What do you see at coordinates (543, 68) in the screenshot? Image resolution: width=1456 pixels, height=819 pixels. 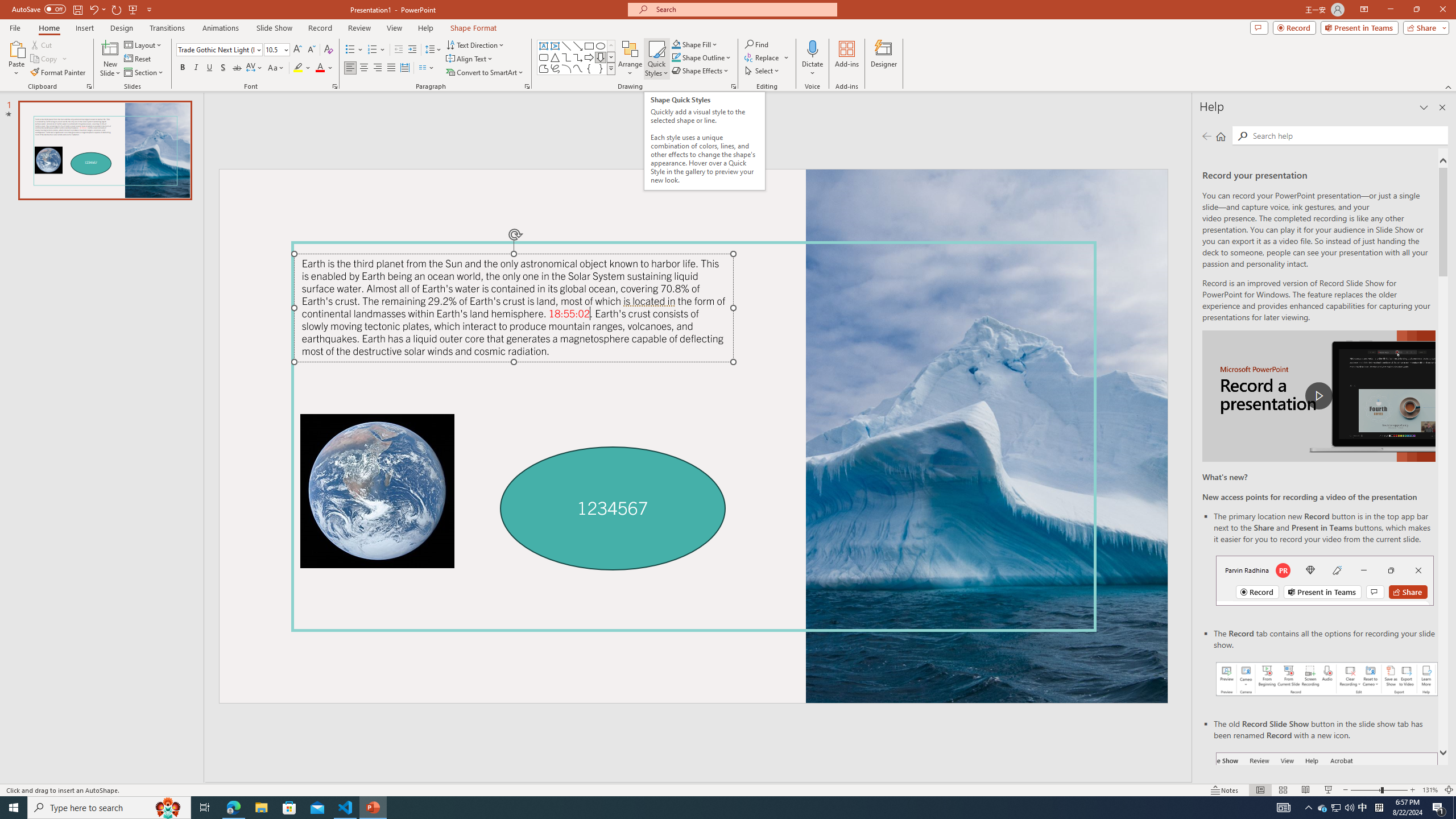 I see `'Freeform: Shape'` at bounding box center [543, 68].